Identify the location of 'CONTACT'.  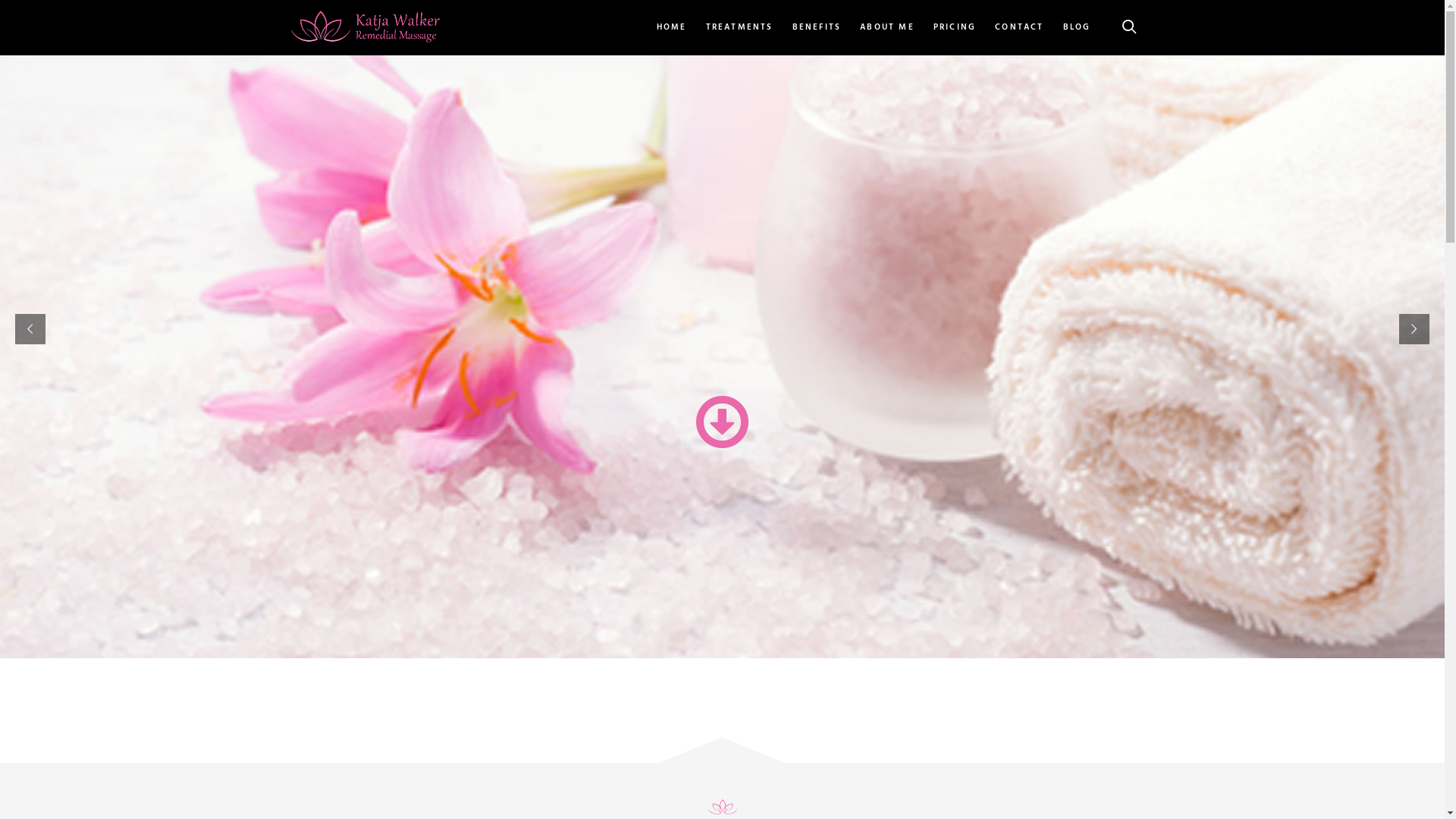
(1019, 27).